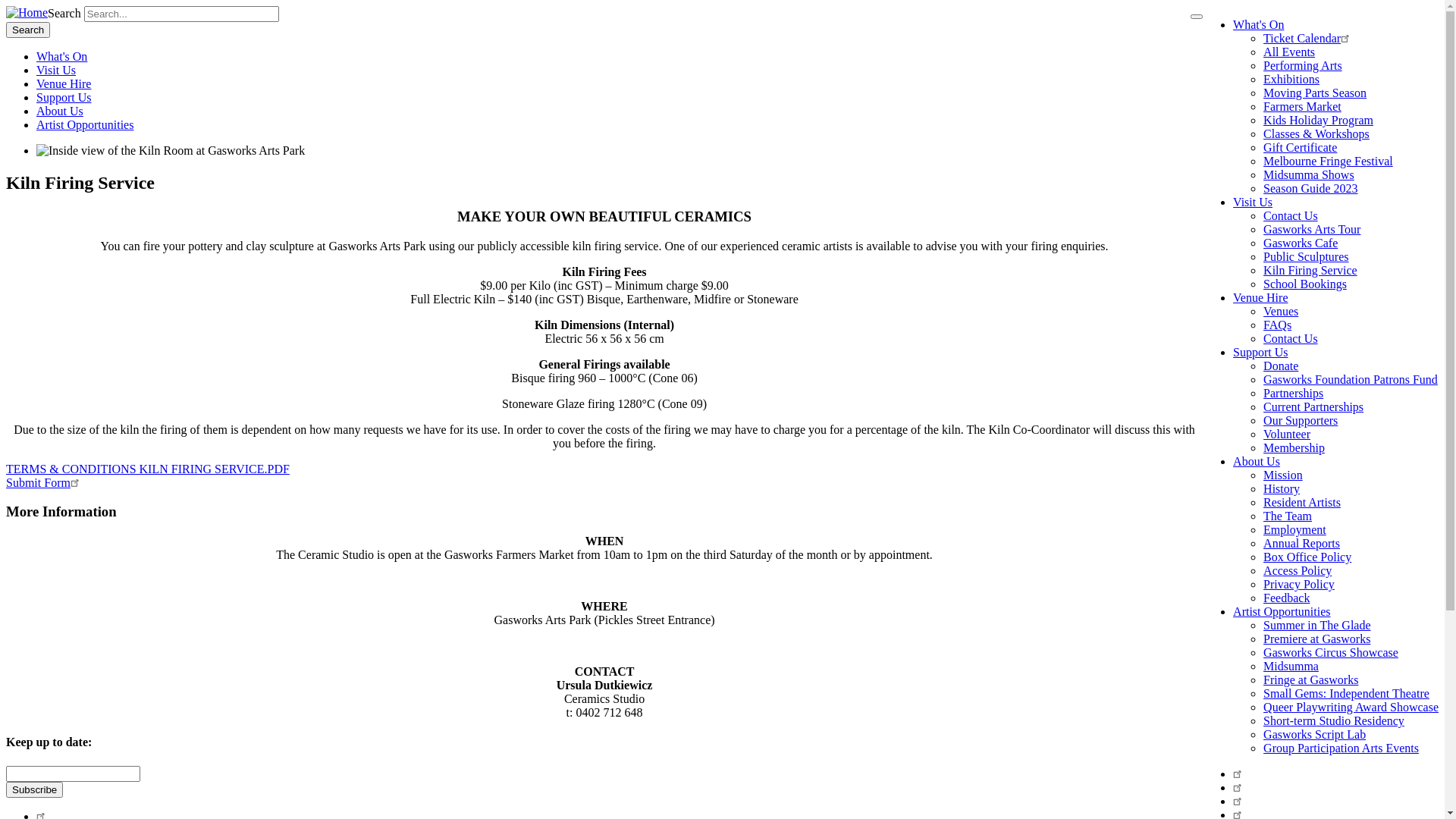 The height and width of the screenshot is (819, 1456). Describe the element at coordinates (1350, 378) in the screenshot. I see `'Gasworks Foundation Patrons Fund'` at that location.